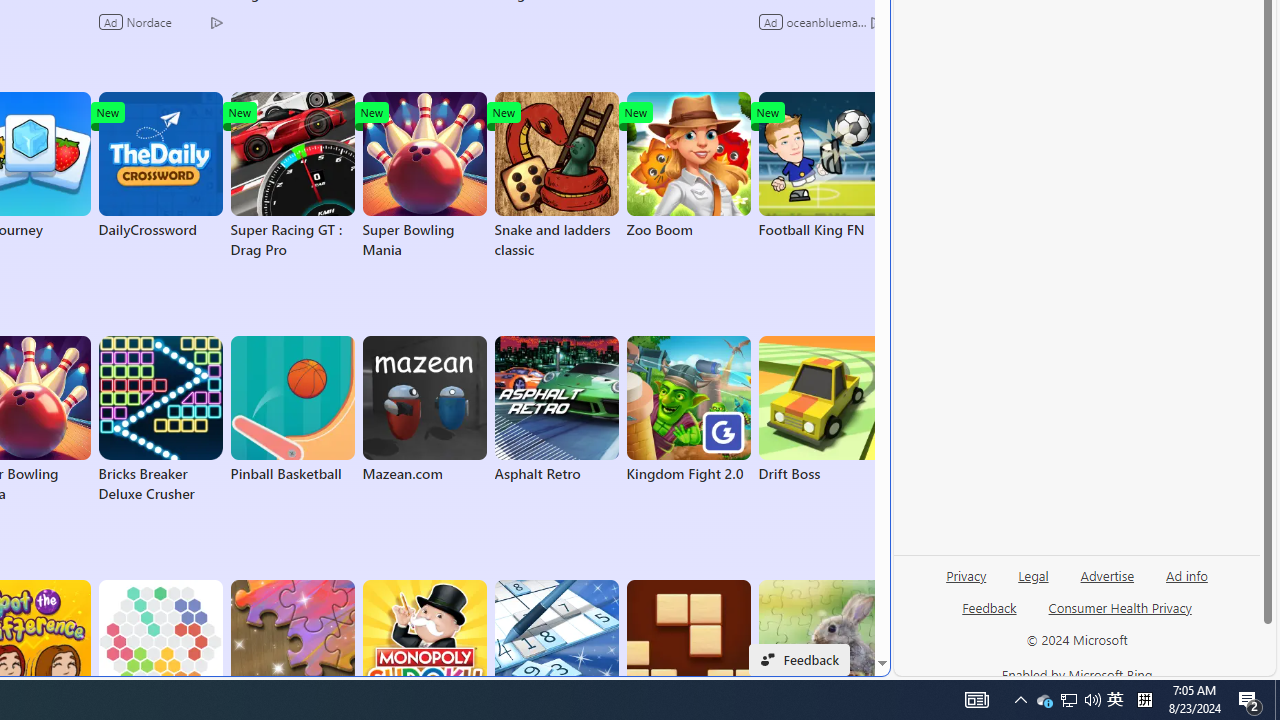  I want to click on 'Kingdom Fight 2.0', so click(688, 409).